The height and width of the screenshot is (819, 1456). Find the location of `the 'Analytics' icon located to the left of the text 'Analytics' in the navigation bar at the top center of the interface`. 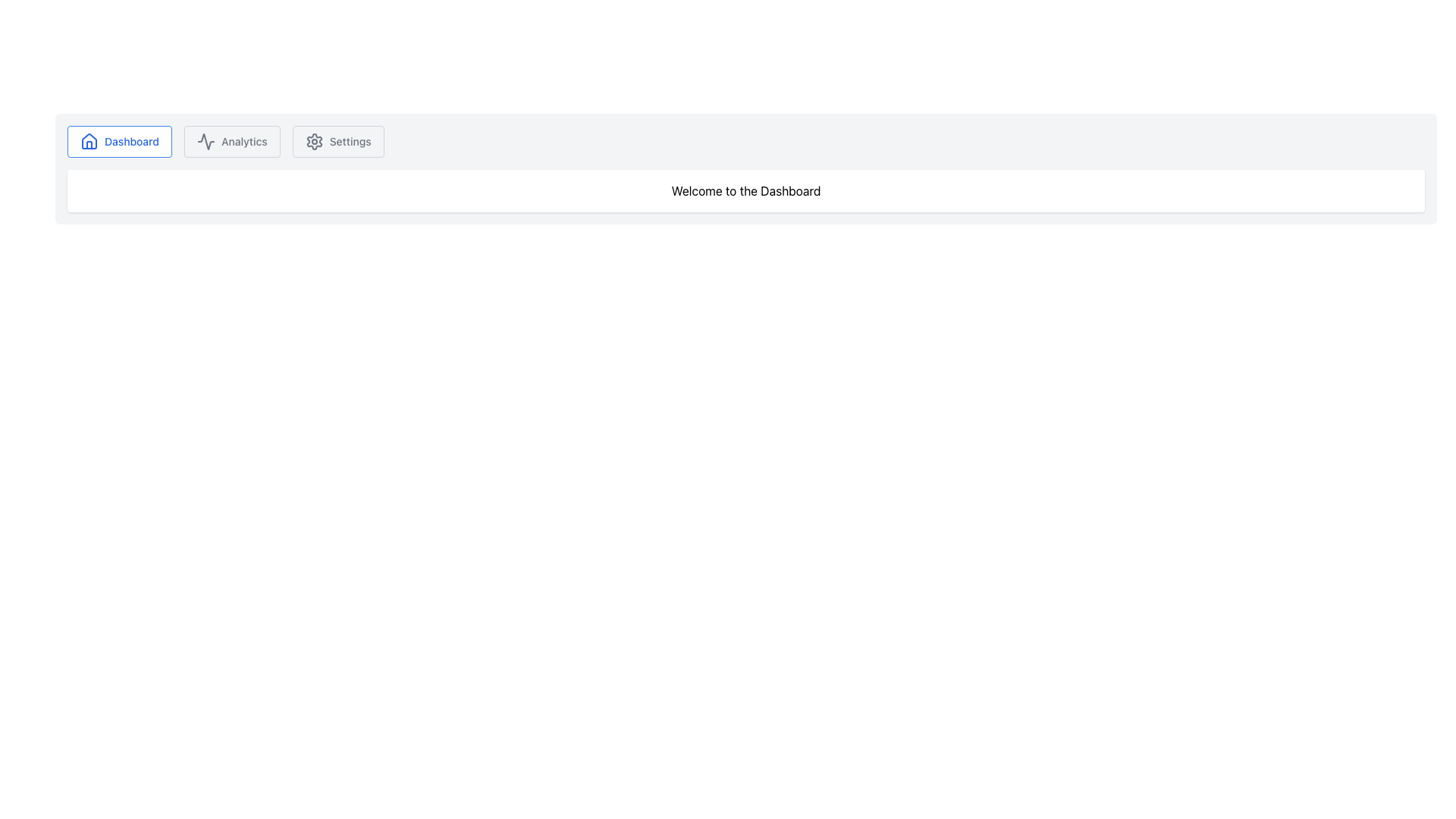

the 'Analytics' icon located to the left of the text 'Analytics' in the navigation bar at the top center of the interface is located at coordinates (206, 141).